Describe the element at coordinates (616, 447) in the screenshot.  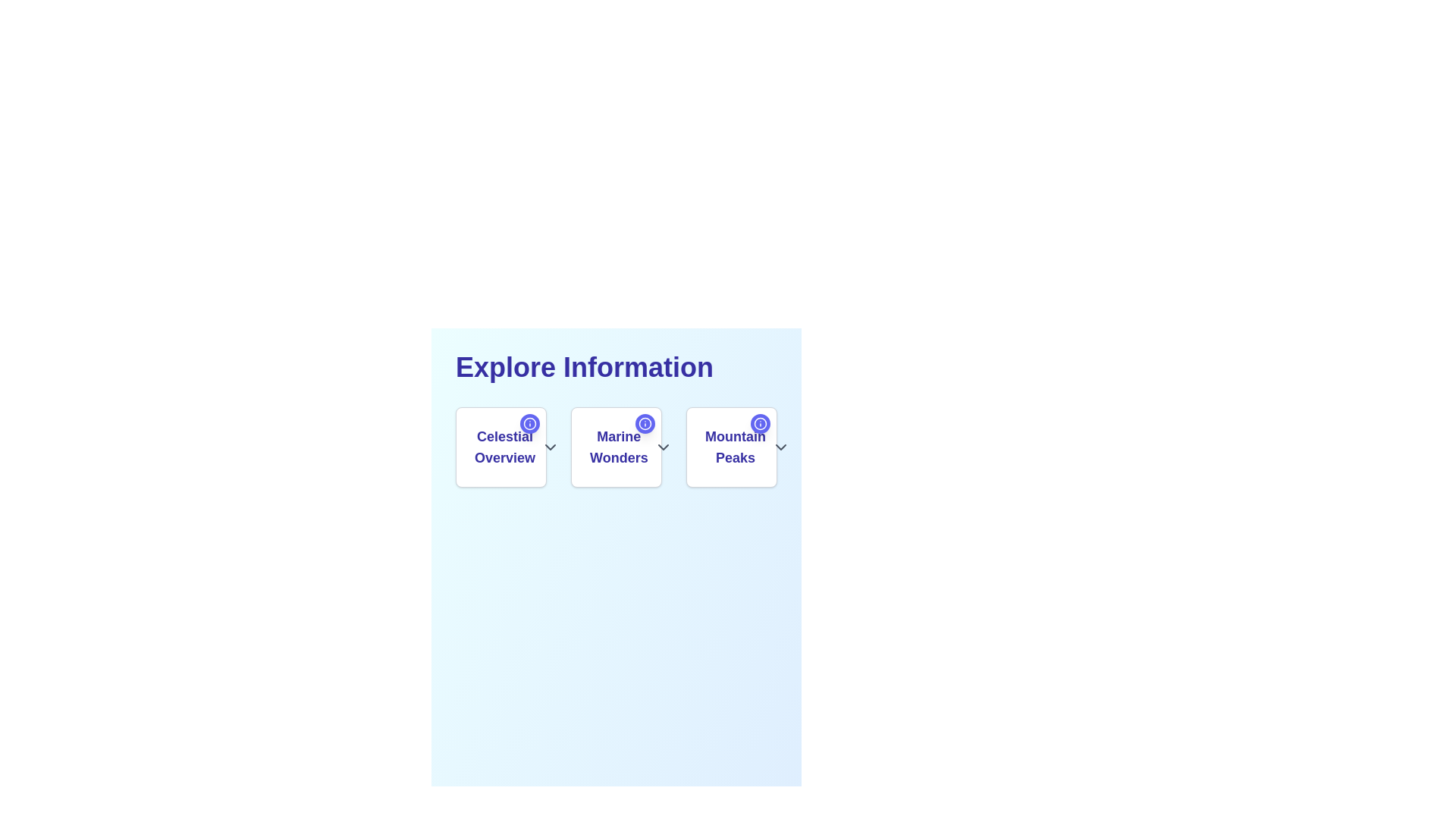
I see `the 'Marine Wonders' text label` at that location.